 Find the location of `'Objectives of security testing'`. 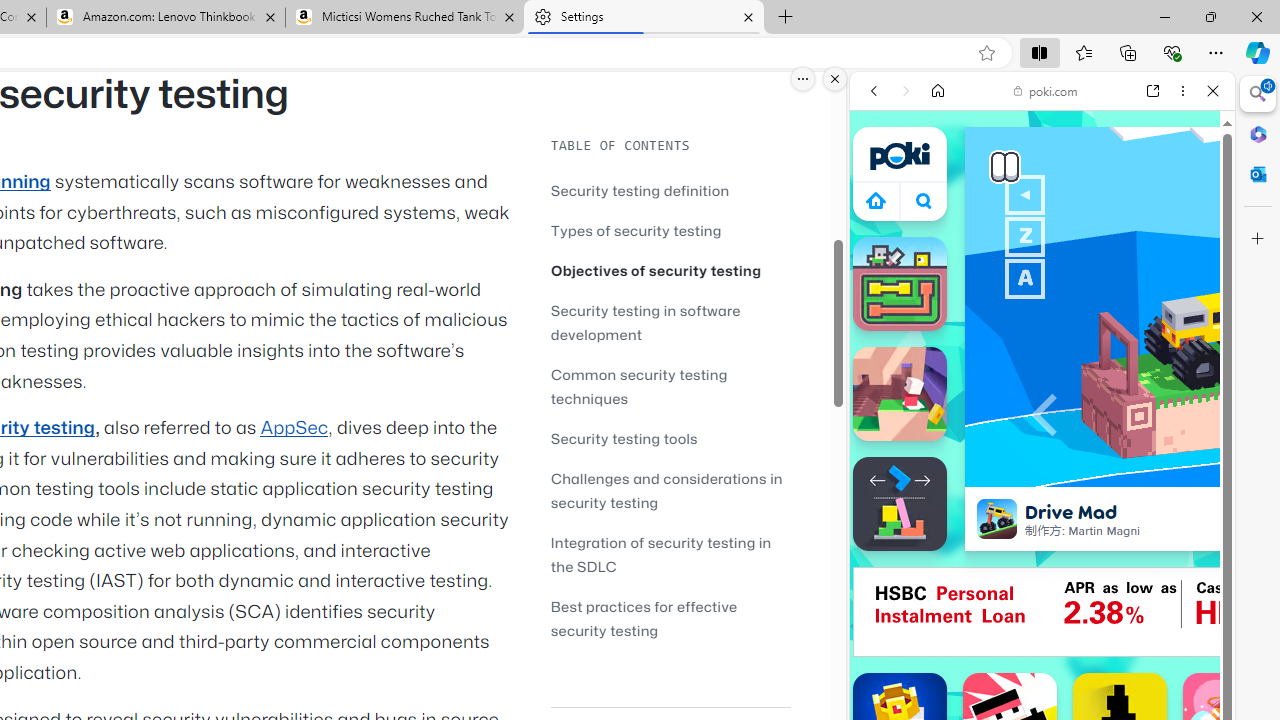

'Objectives of security testing' is located at coordinates (656, 270).